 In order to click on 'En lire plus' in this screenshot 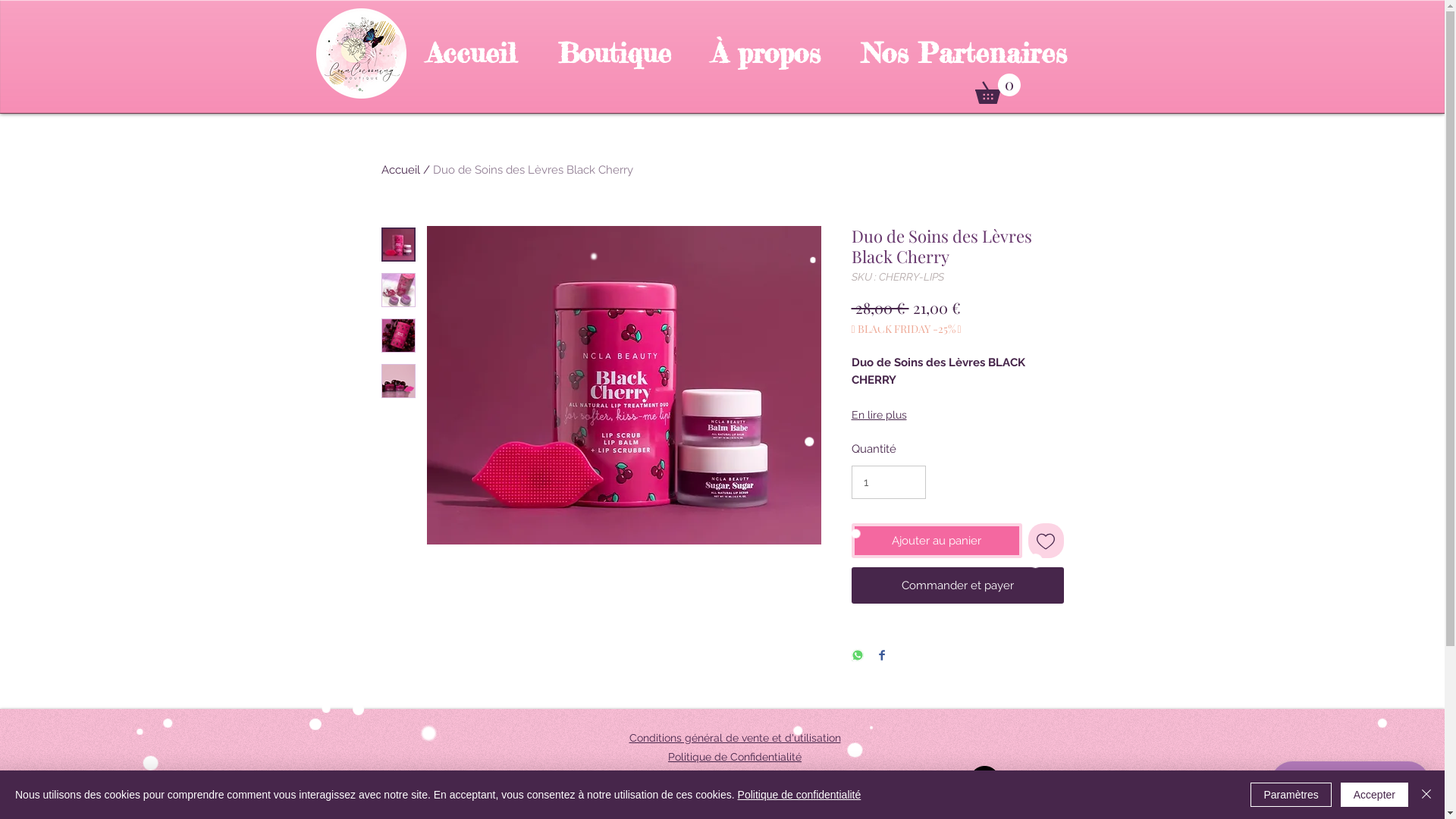, I will do `click(956, 415)`.